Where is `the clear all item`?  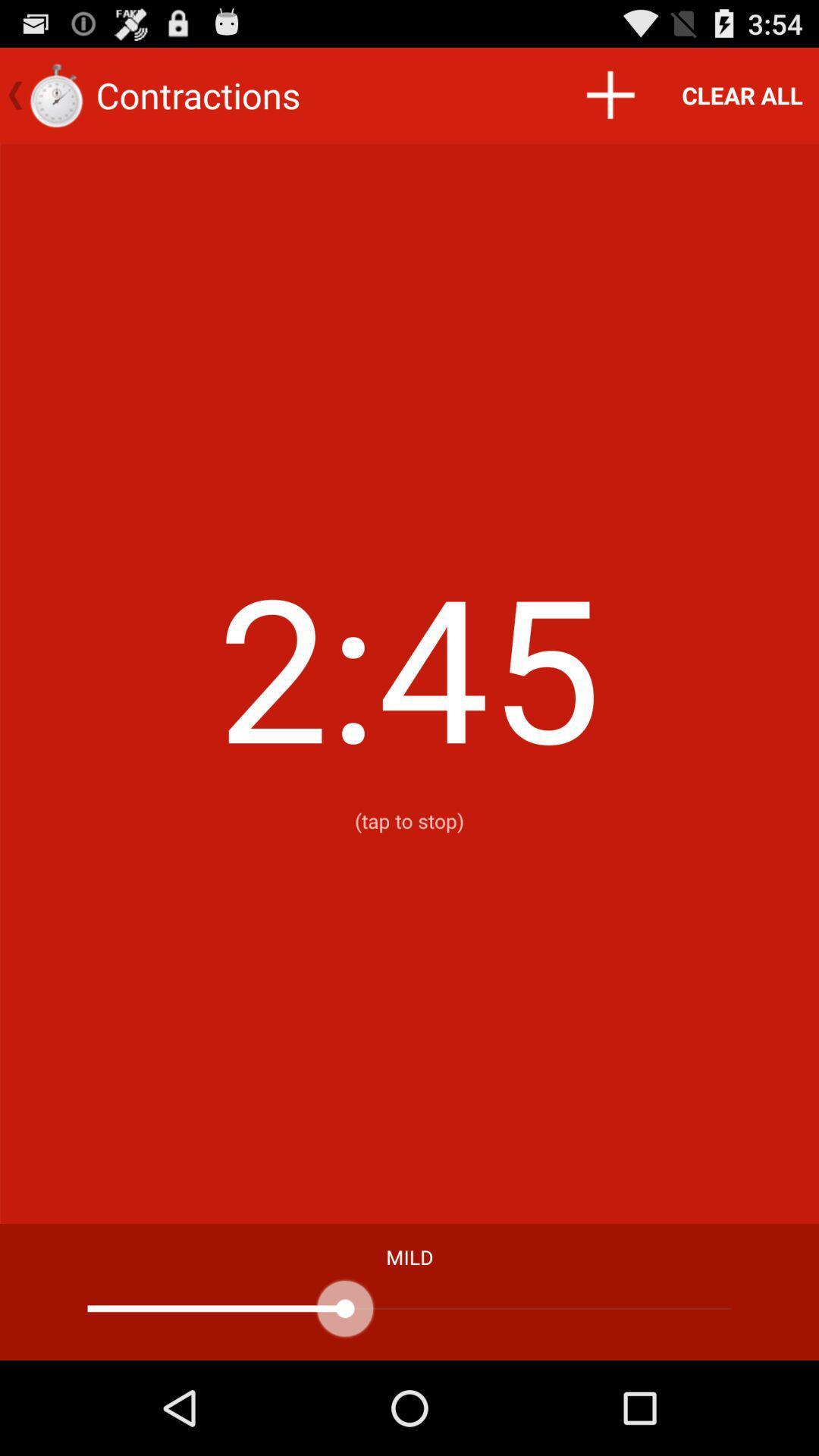
the clear all item is located at coordinates (742, 94).